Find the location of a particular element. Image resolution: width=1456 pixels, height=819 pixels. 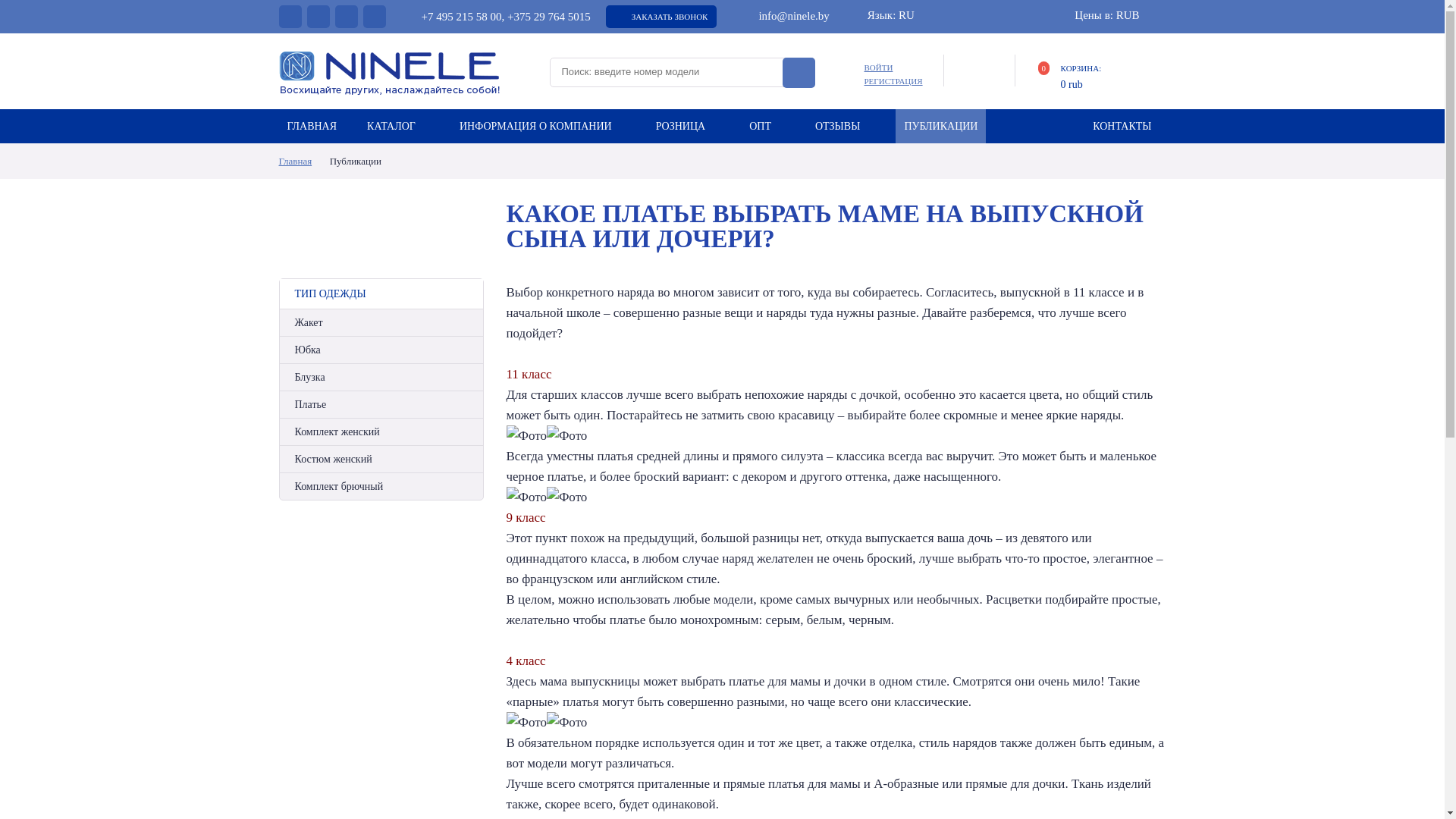

'info@ninele.by' is located at coordinates (783, 15).